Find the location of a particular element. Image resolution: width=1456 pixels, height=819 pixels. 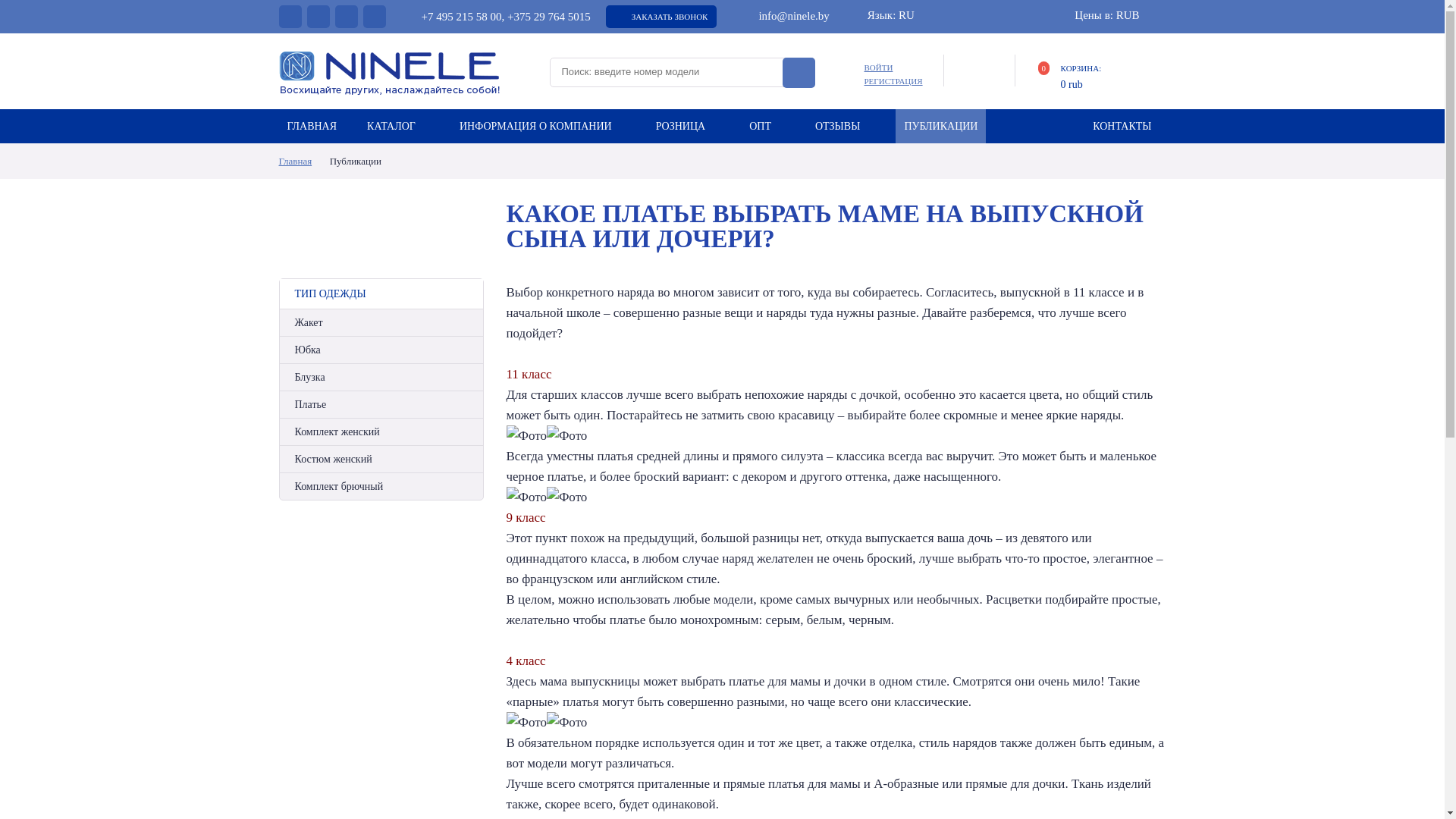

'info@ninele.by' is located at coordinates (783, 15).